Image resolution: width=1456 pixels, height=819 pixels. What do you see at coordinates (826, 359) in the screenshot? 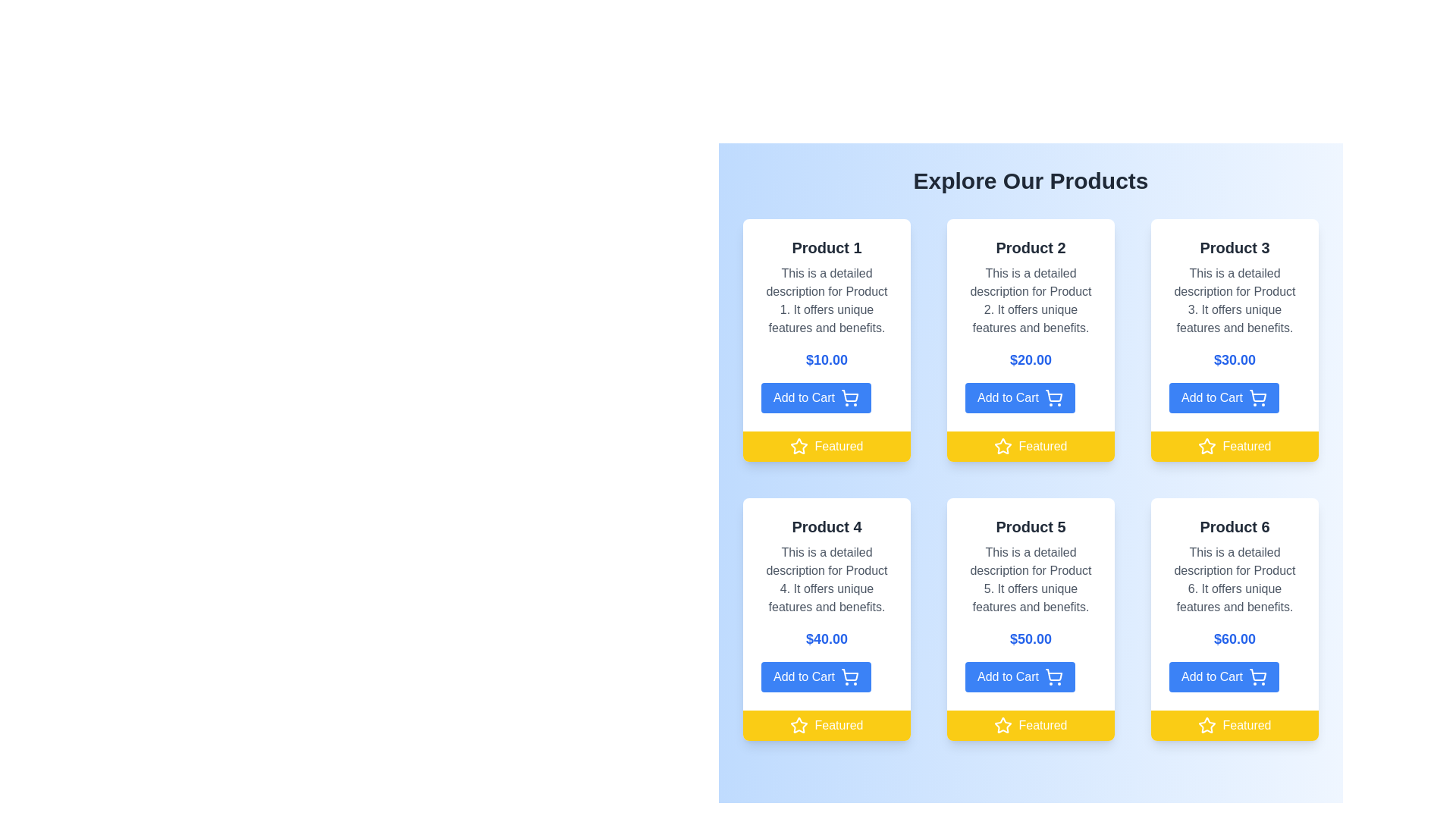
I see `the text label displaying the product price located in the upper-left corner of the first product card, positioned beneath the product description and above the 'Add to Cart' button` at bounding box center [826, 359].